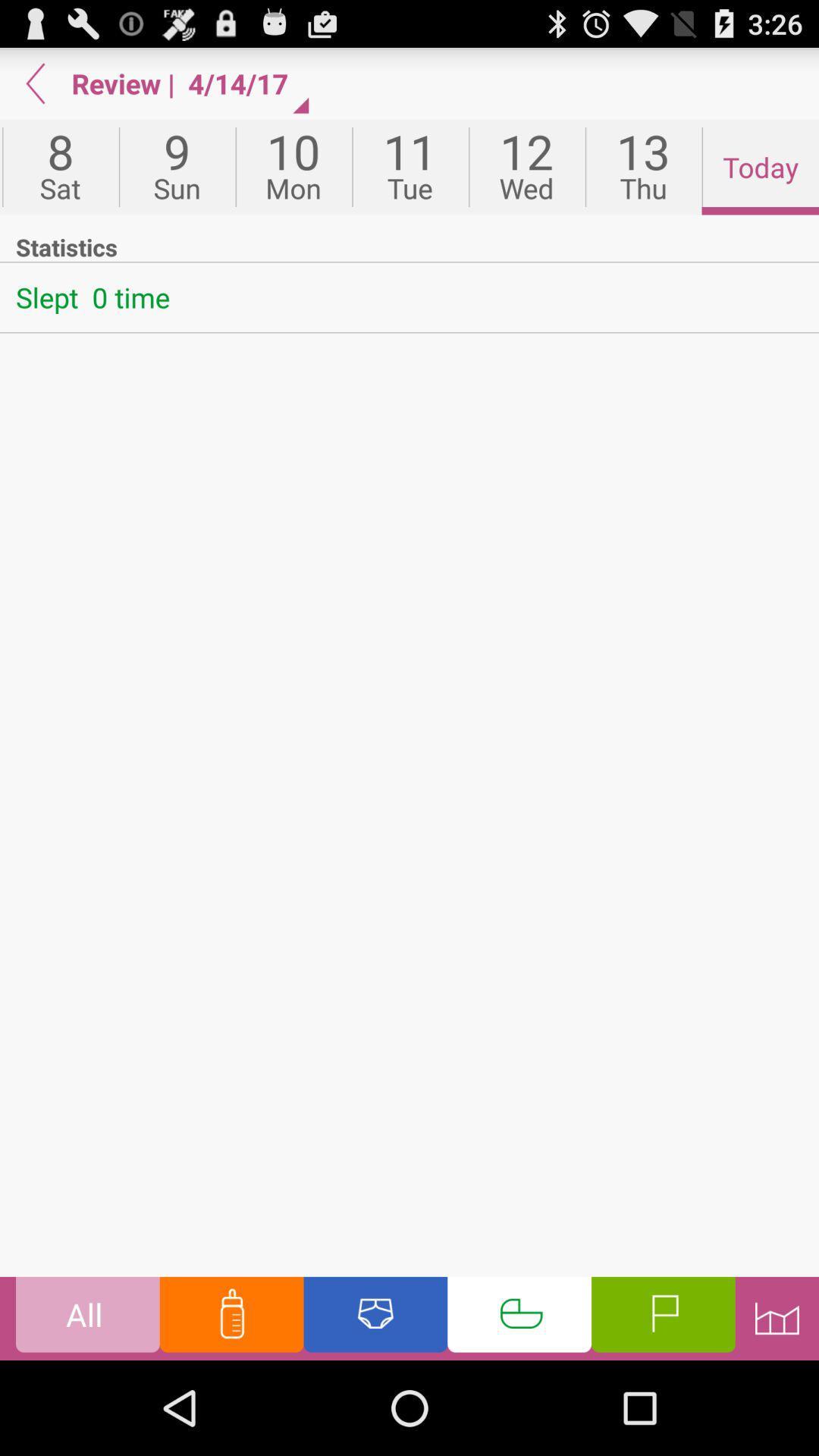 The width and height of the screenshot is (819, 1456). What do you see at coordinates (244, 83) in the screenshot?
I see `the item above the 9 icon` at bounding box center [244, 83].